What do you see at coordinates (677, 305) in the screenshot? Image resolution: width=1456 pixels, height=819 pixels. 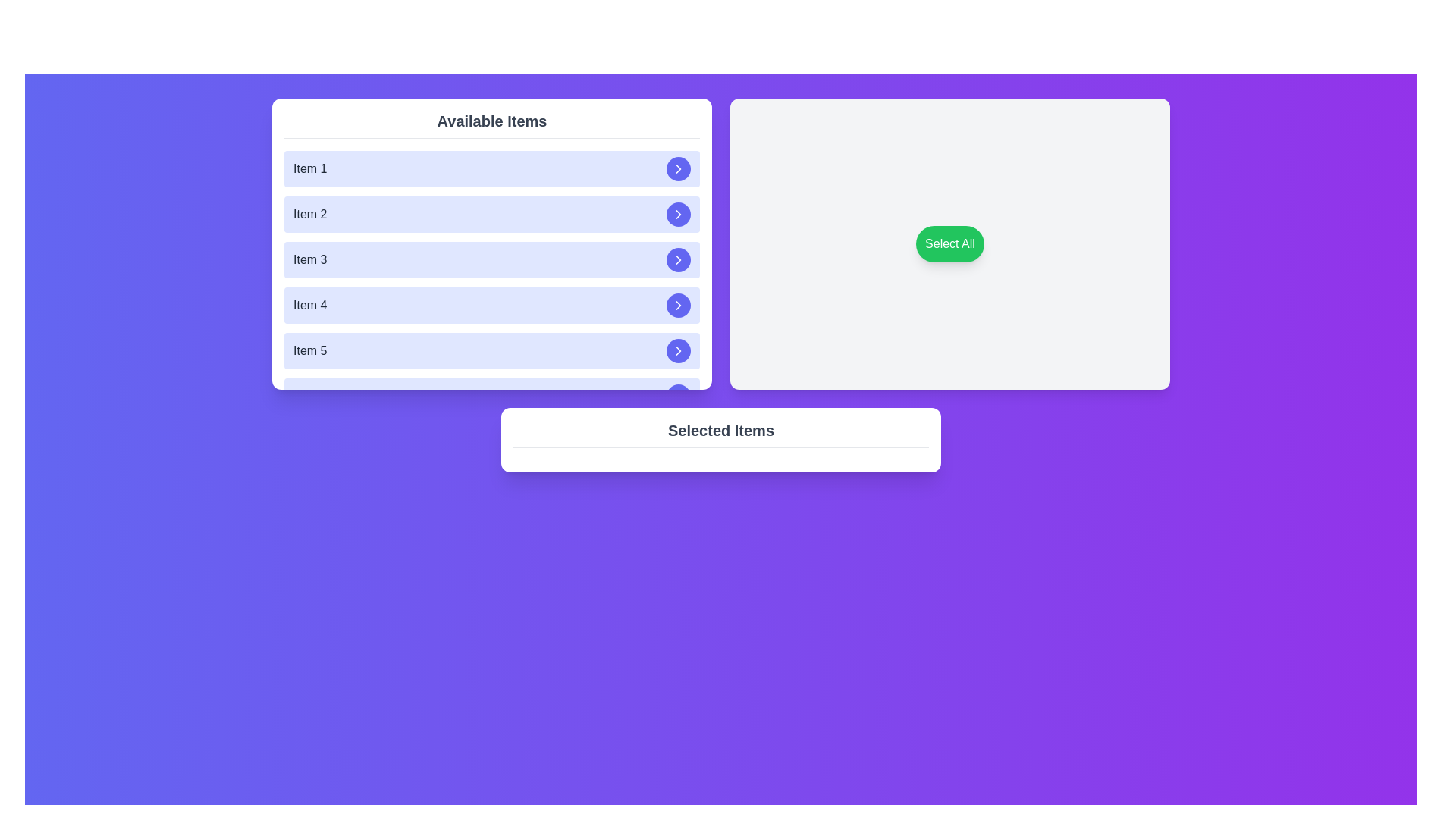 I see `the button located on the far right of the 'Item 4' row in the 'Available Items' section` at bounding box center [677, 305].